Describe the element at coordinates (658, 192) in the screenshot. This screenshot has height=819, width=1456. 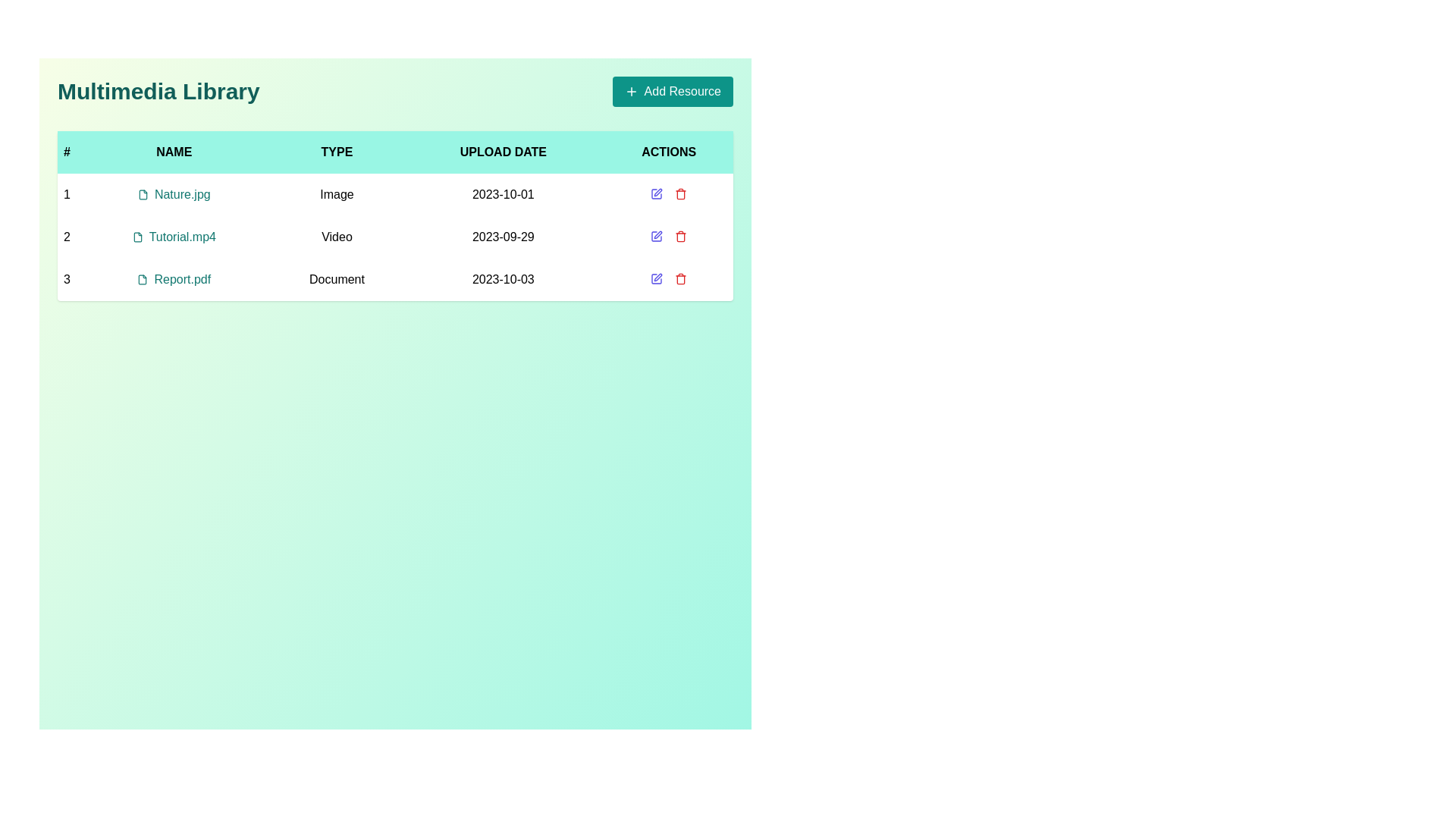
I see `the edit icon button, which resembles a pen or pencil, located in the 'Actions' column of the first row in the table` at that location.